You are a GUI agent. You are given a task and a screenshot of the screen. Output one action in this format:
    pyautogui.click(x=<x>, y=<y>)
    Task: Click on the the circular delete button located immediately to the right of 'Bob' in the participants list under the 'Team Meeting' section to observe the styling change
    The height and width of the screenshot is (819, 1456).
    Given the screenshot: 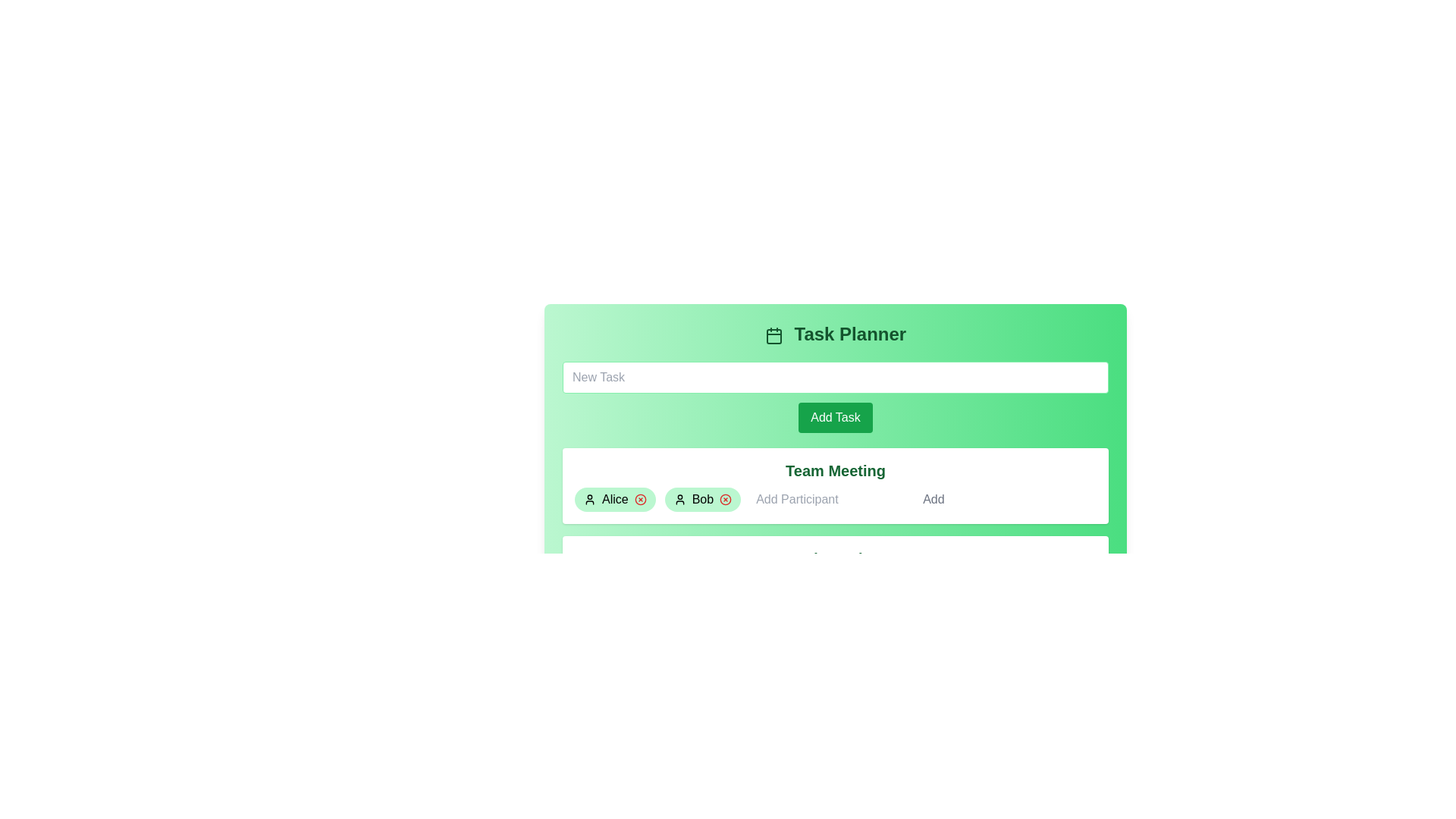 What is the action you would take?
    pyautogui.click(x=725, y=500)
    